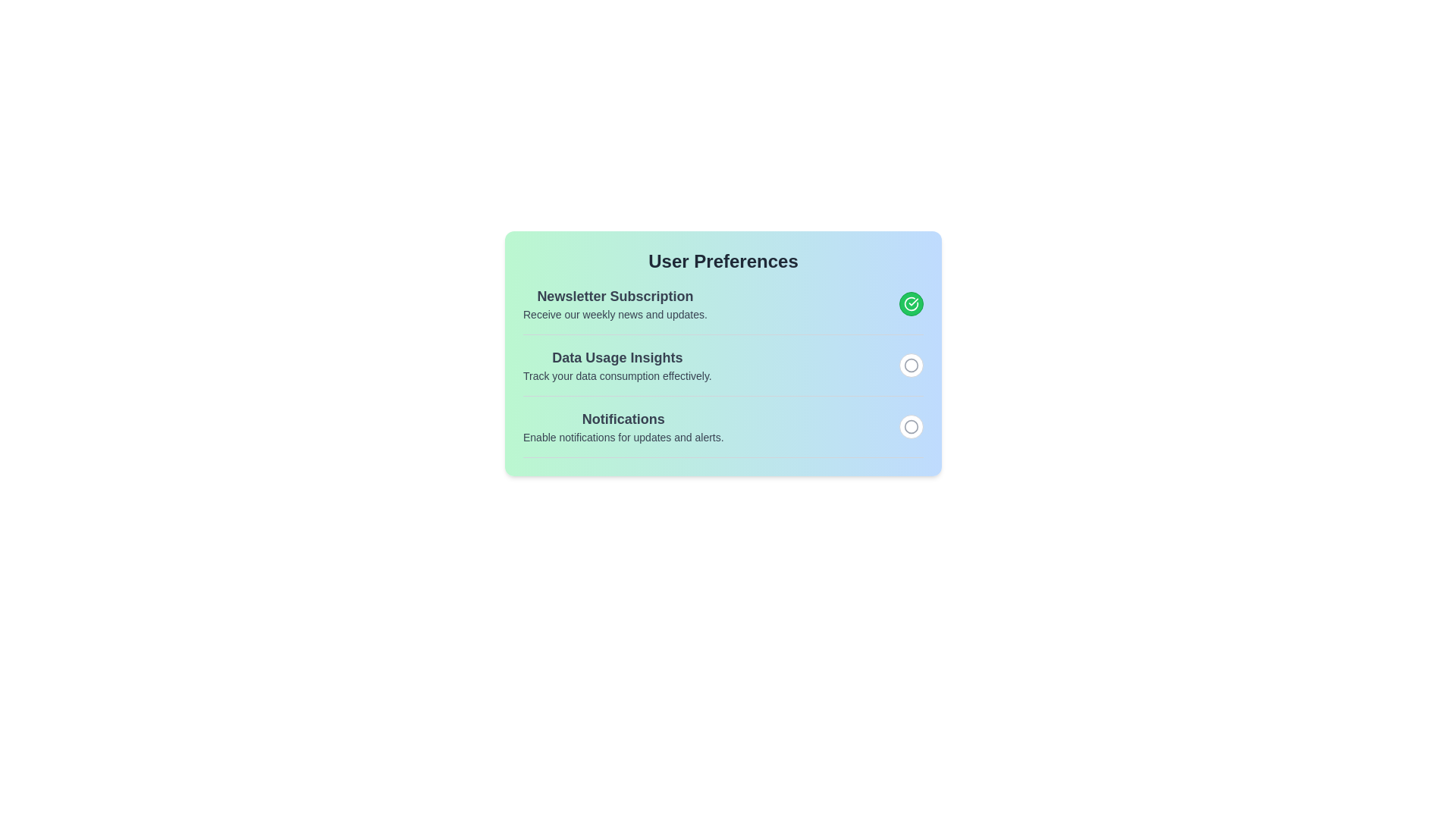 Image resolution: width=1456 pixels, height=819 pixels. Describe the element at coordinates (723, 372) in the screenshot. I see `the second section of the Interactive List within the 'User Preferences' card` at that location.